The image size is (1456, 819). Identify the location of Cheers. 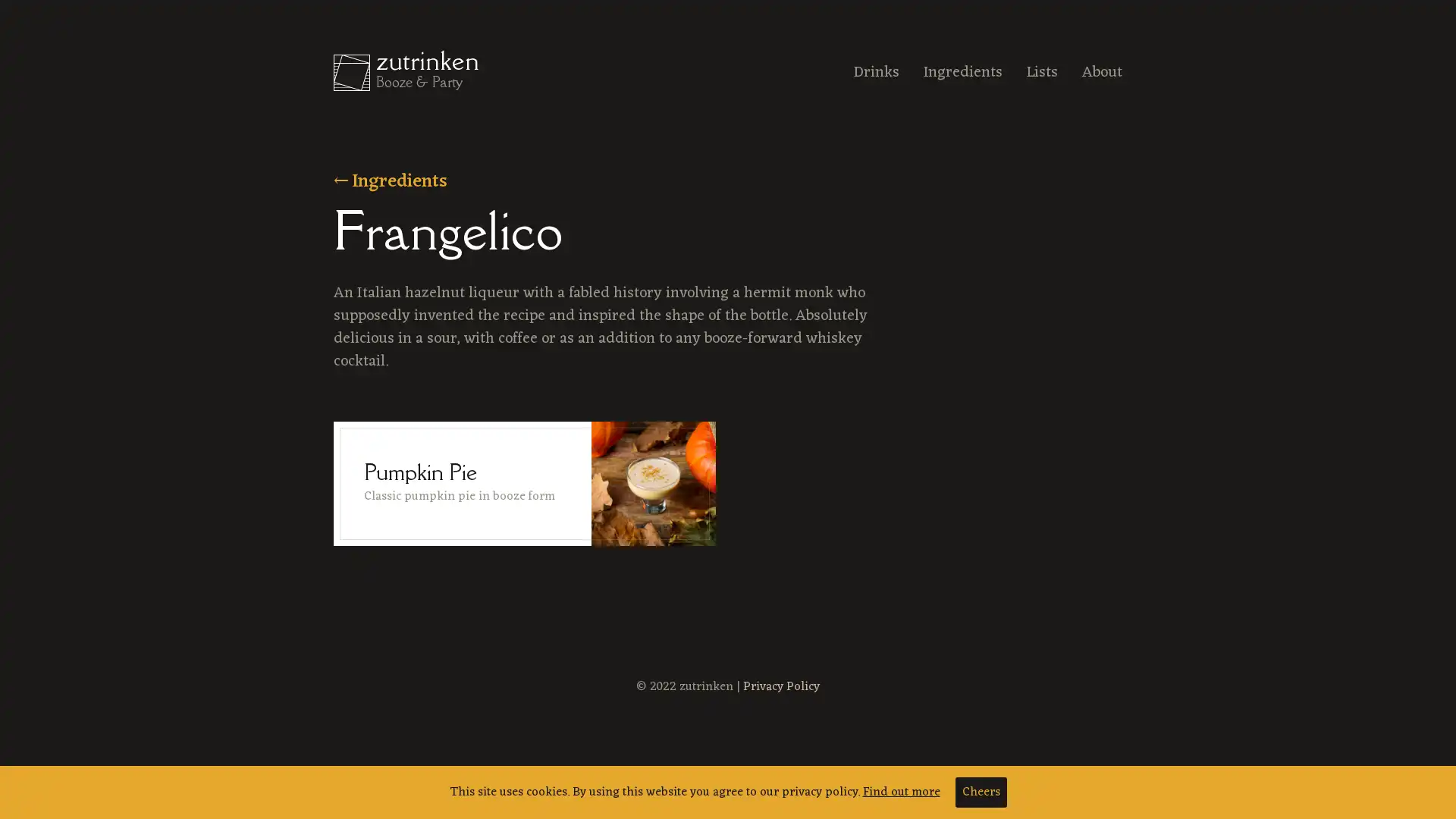
(980, 792).